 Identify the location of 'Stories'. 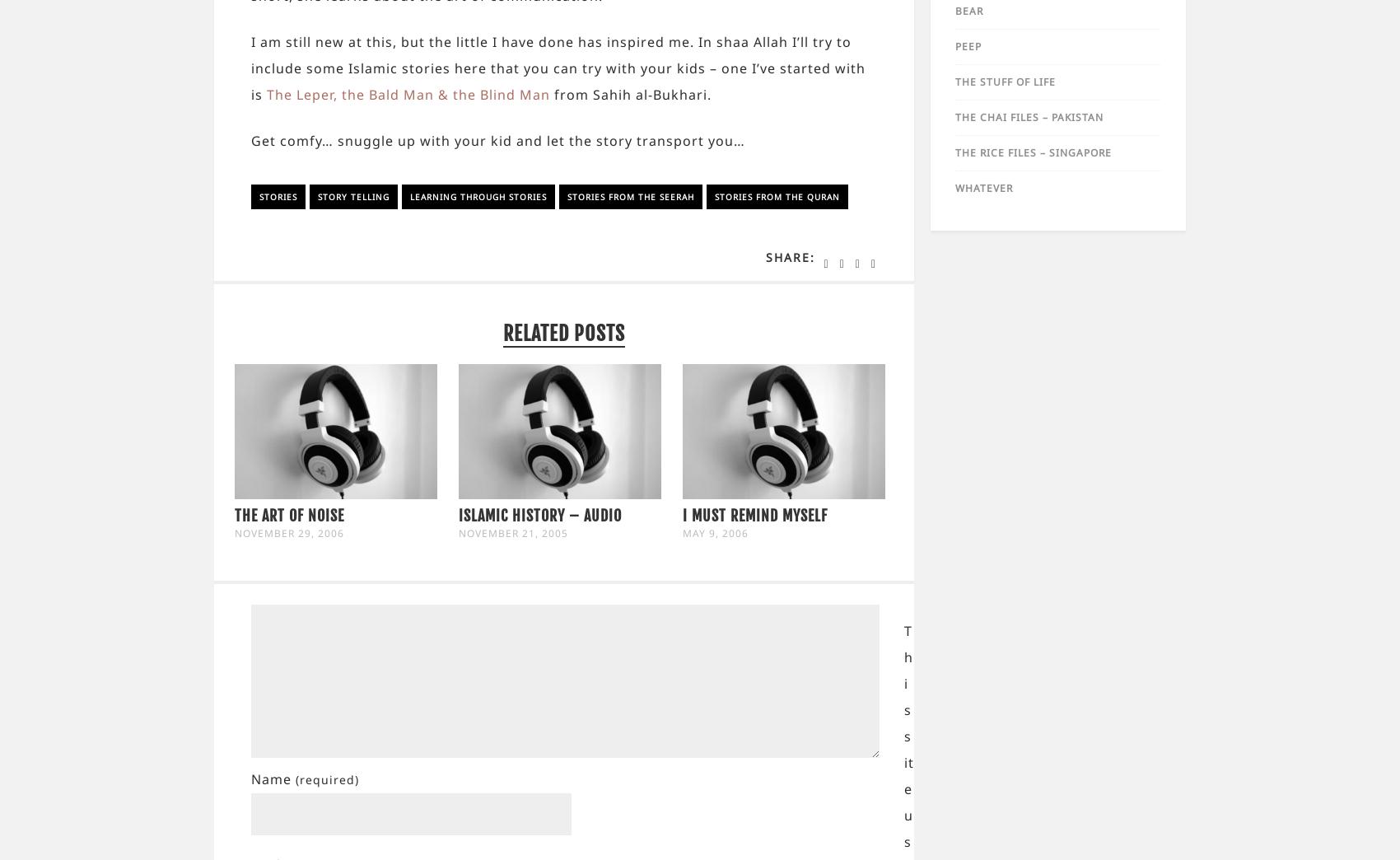
(259, 196).